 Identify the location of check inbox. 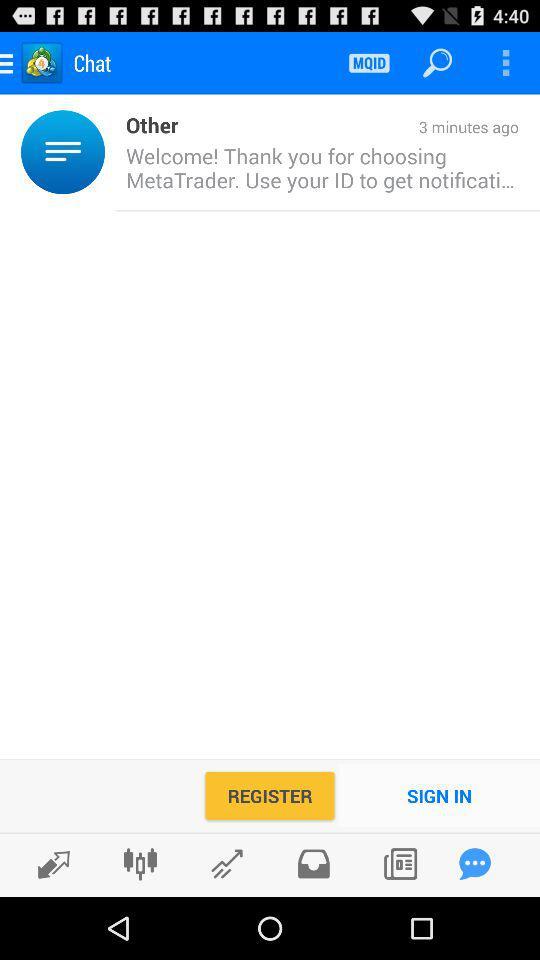
(313, 863).